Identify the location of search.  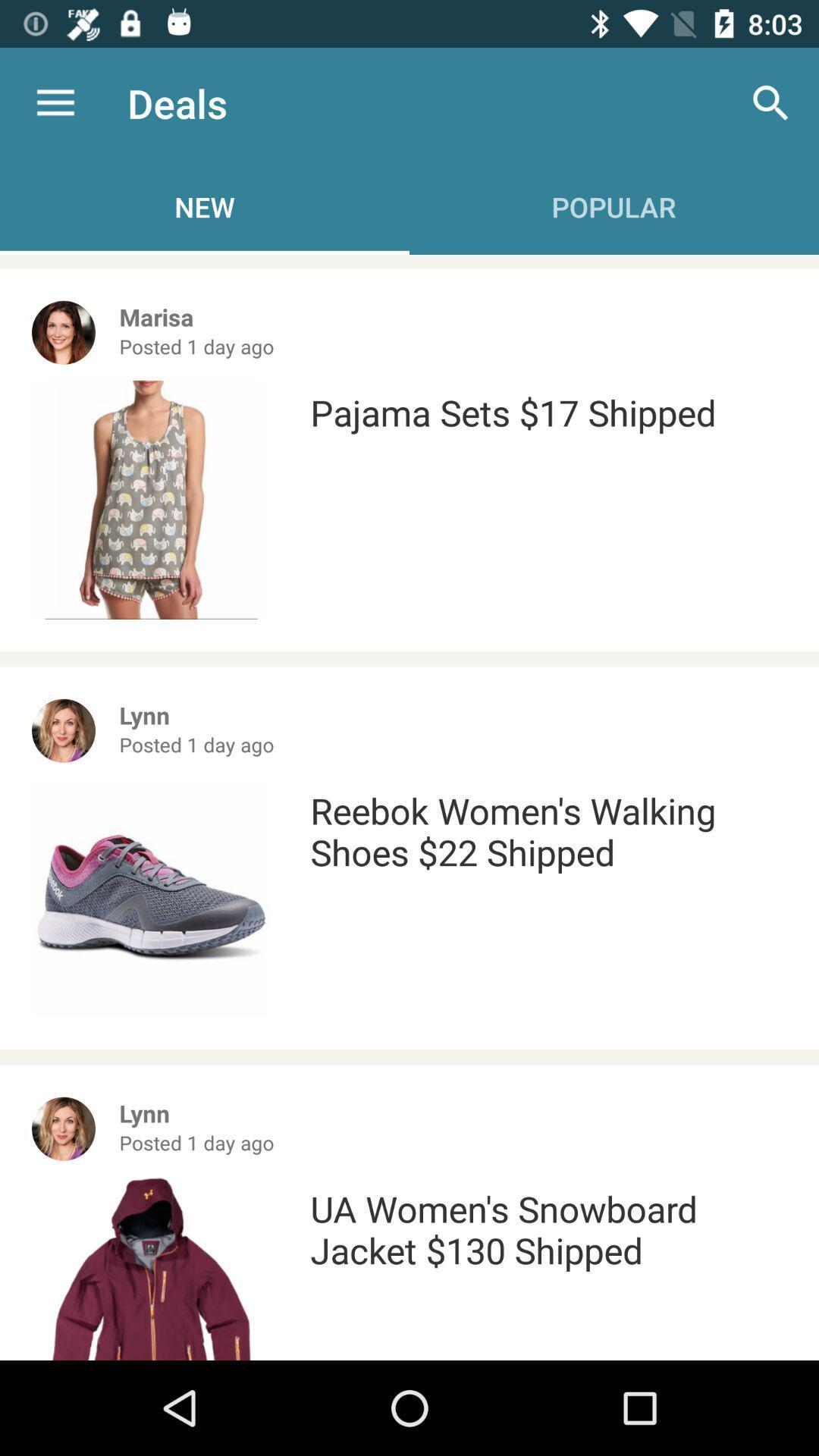
(771, 103).